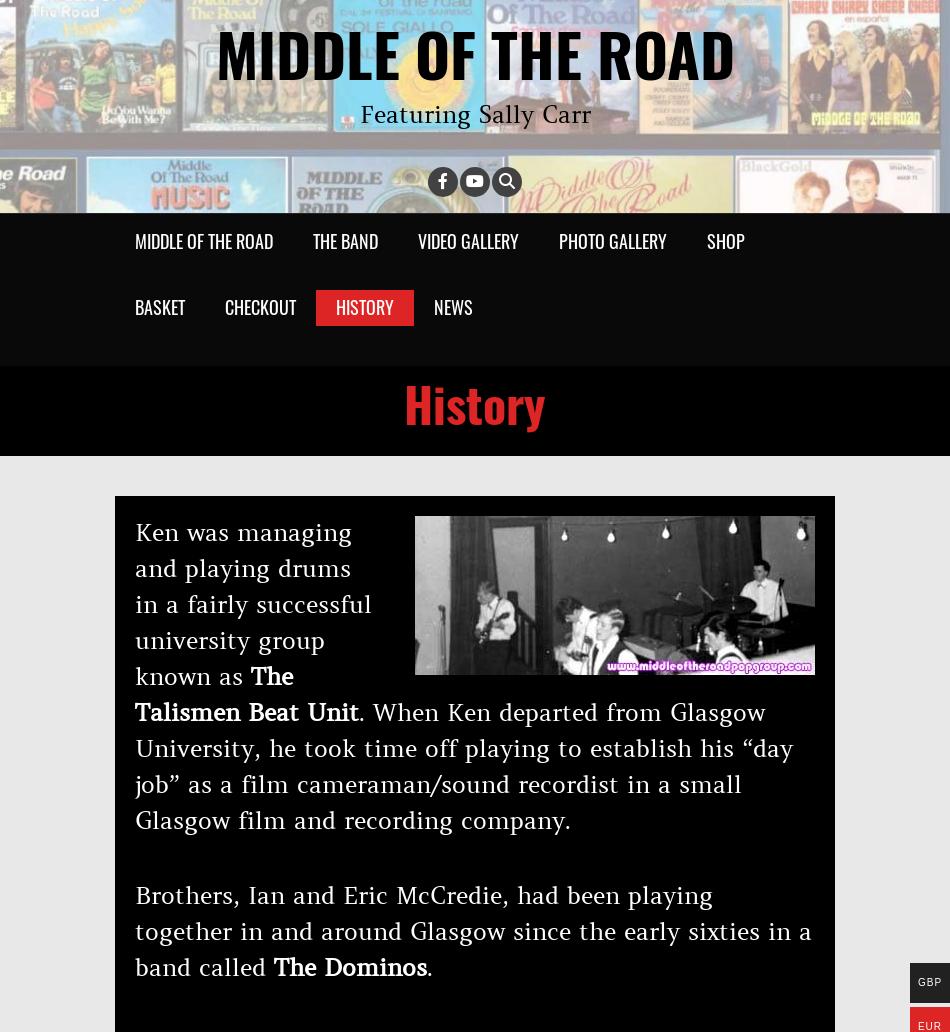  I want to click on 'Featuring Sally Carr', so click(473, 115).